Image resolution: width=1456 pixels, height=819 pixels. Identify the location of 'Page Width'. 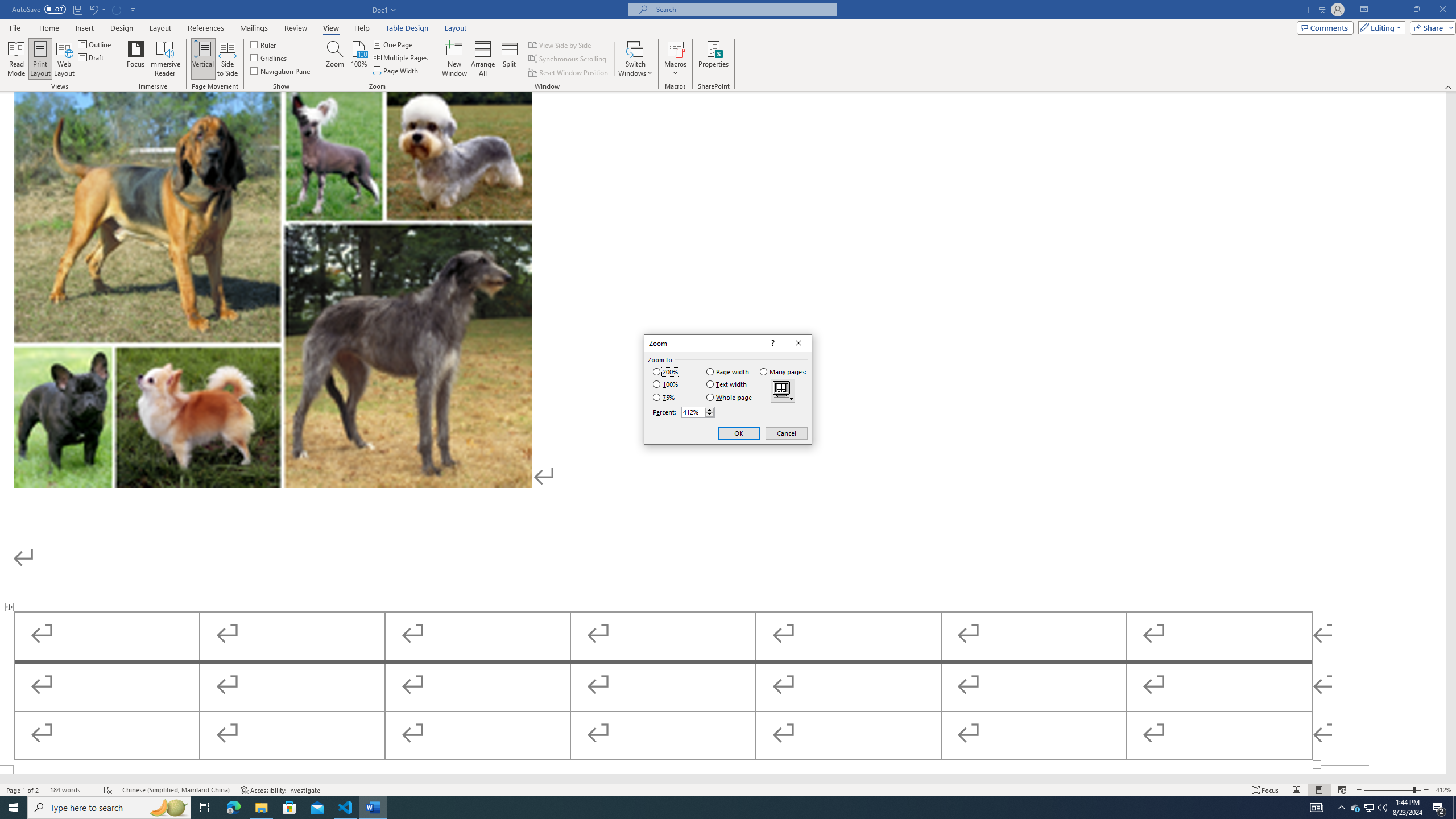
(396, 69).